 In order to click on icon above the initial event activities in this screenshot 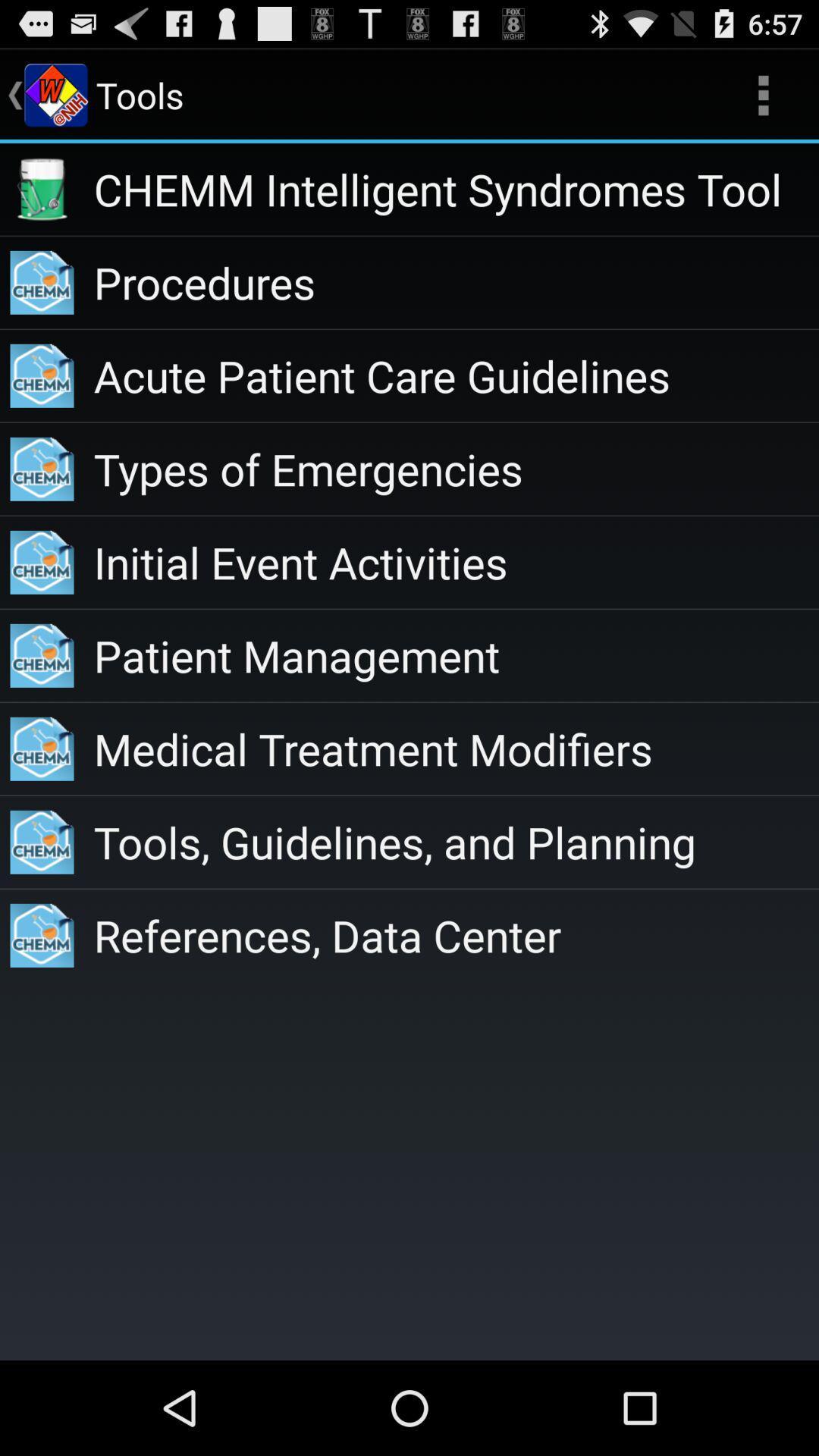, I will do `click(455, 468)`.